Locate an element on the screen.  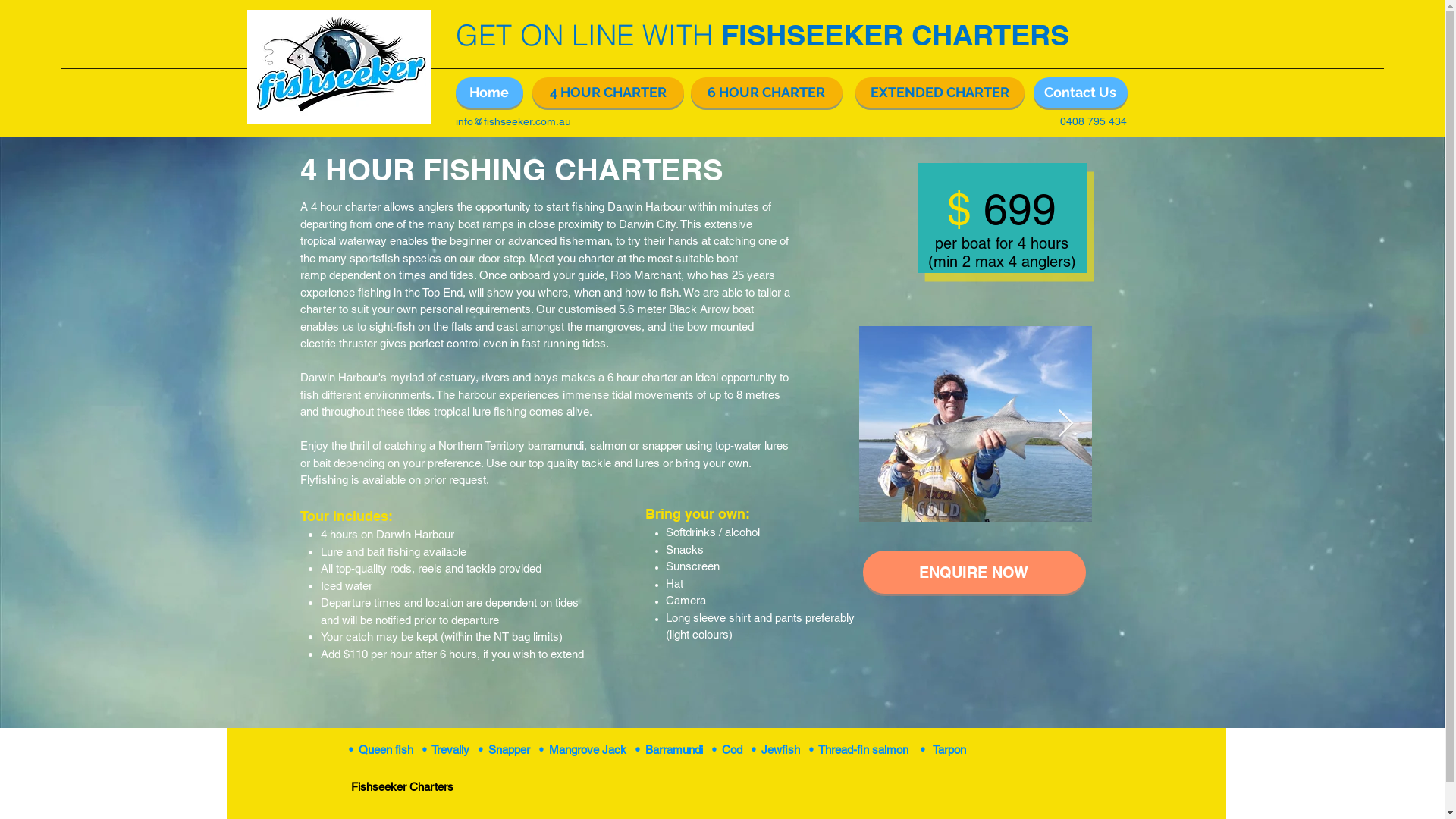
'4 HOUR CHARTER' is located at coordinates (607, 93).